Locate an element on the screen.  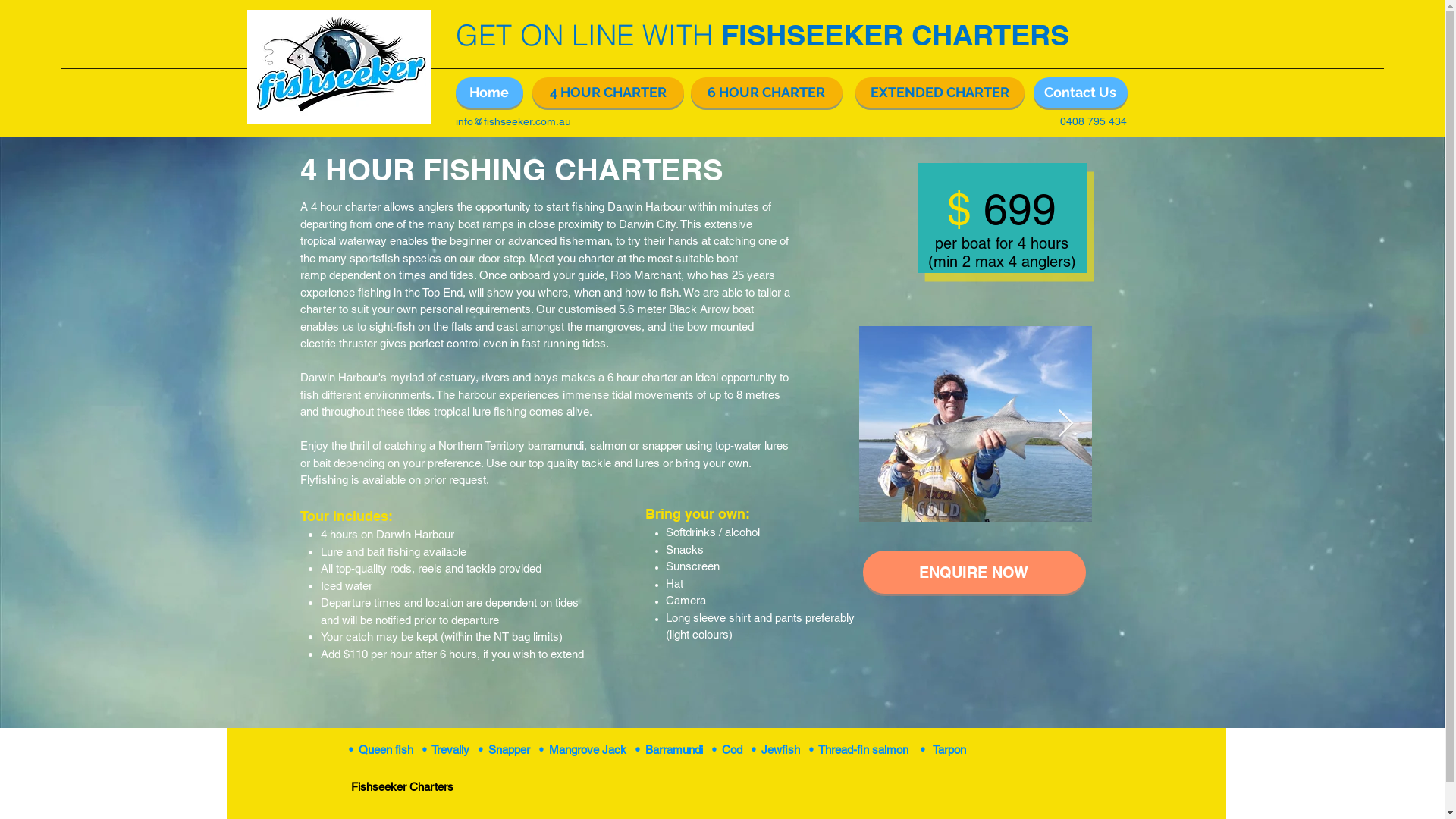
'4 HOUR CHARTER' is located at coordinates (607, 93).